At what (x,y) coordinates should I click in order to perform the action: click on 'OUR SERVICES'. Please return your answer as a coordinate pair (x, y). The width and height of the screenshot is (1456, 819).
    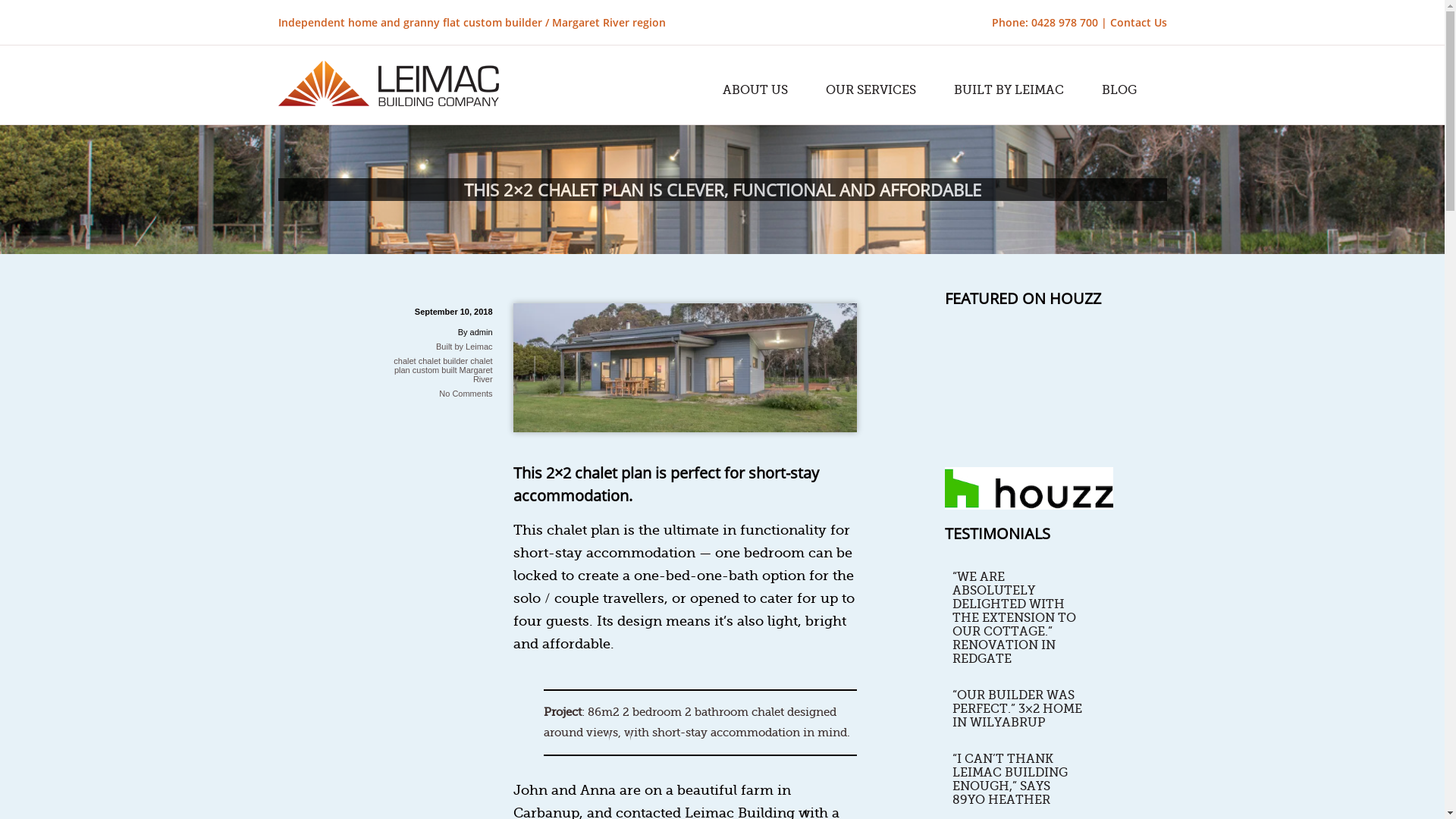
    Looking at the image, I should click on (817, 90).